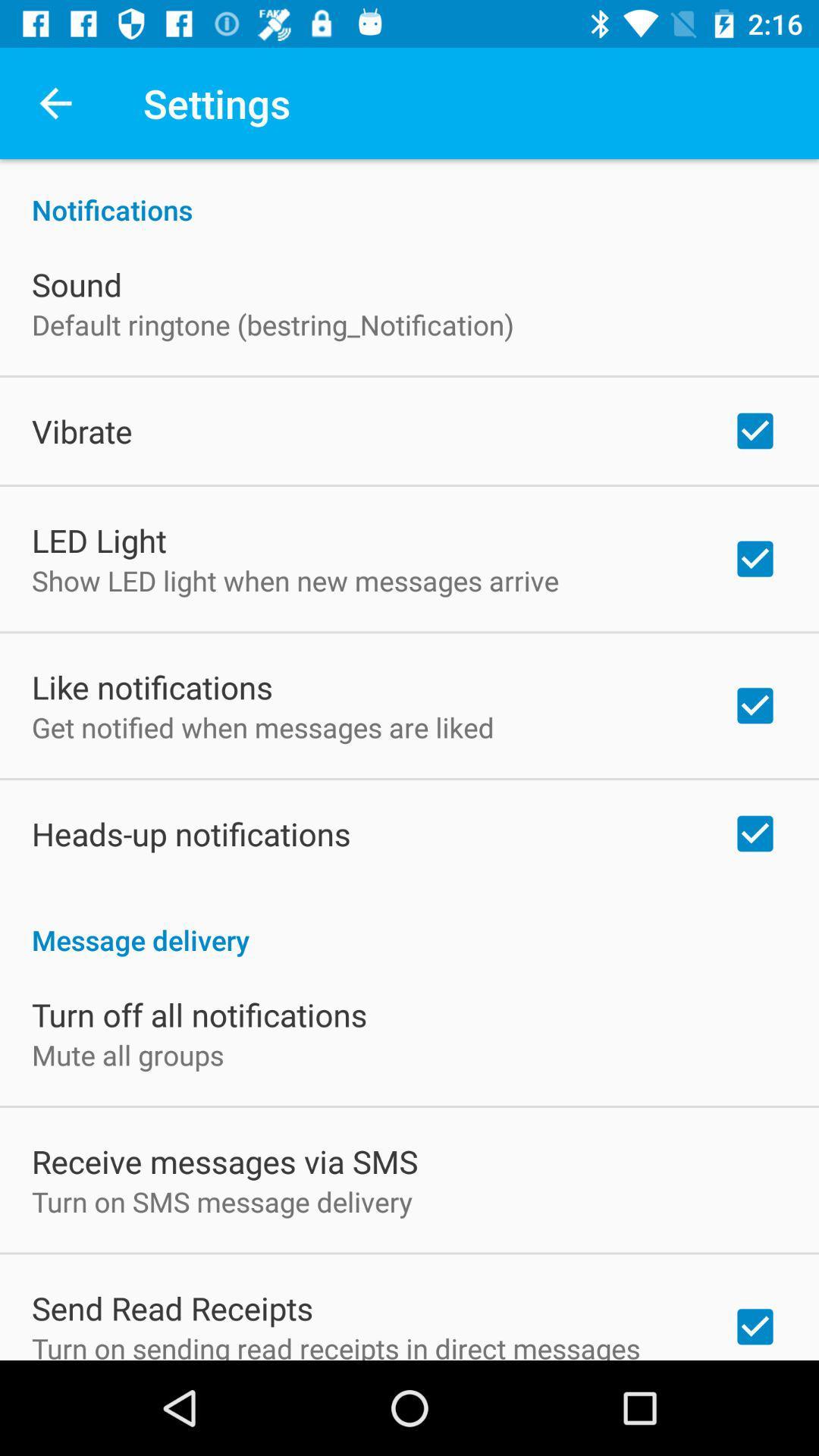  Describe the element at coordinates (271, 324) in the screenshot. I see `default ringtone (bestring_notification) icon` at that location.